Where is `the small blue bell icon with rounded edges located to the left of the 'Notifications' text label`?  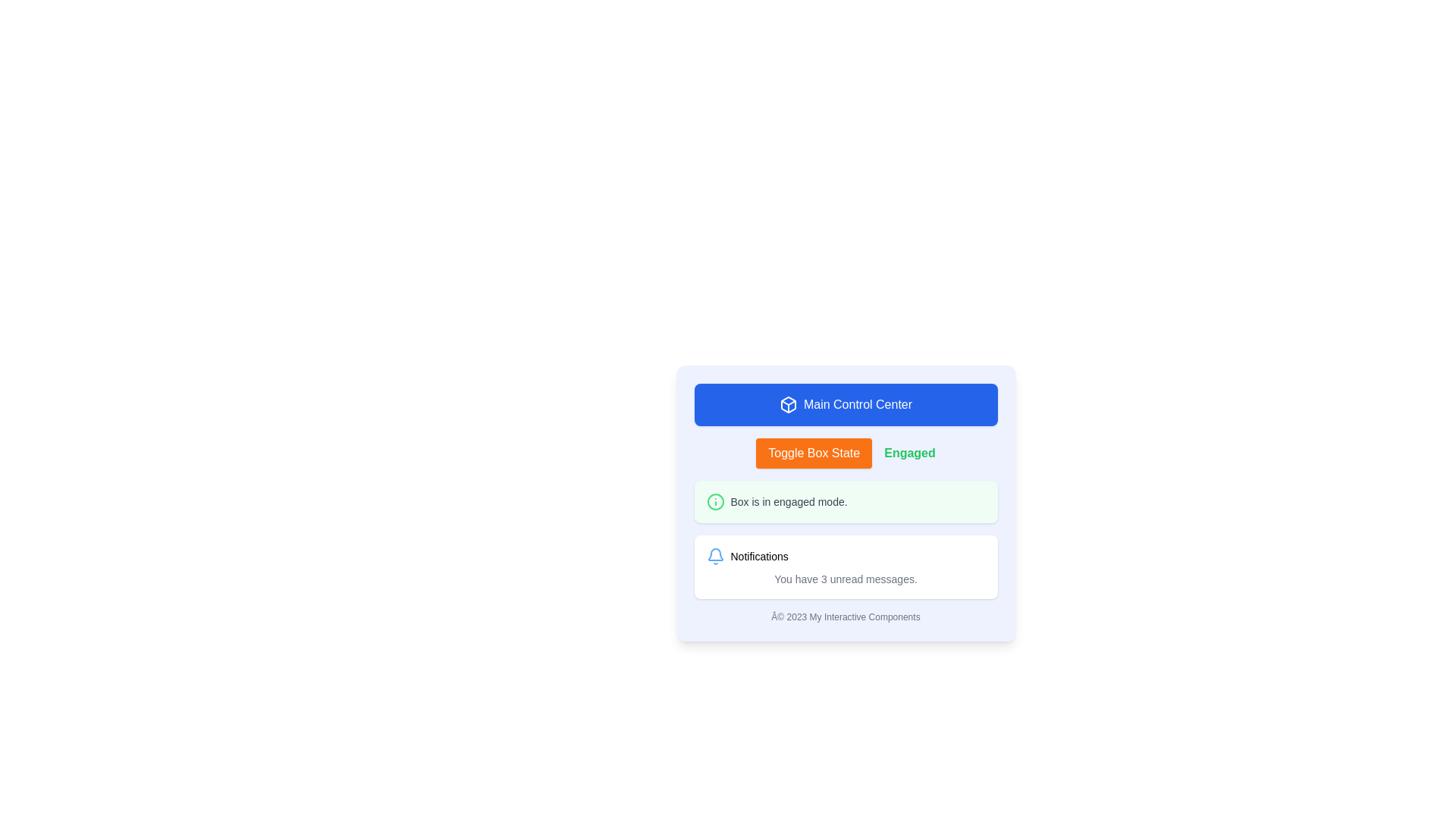 the small blue bell icon with rounded edges located to the left of the 'Notifications' text label is located at coordinates (714, 556).